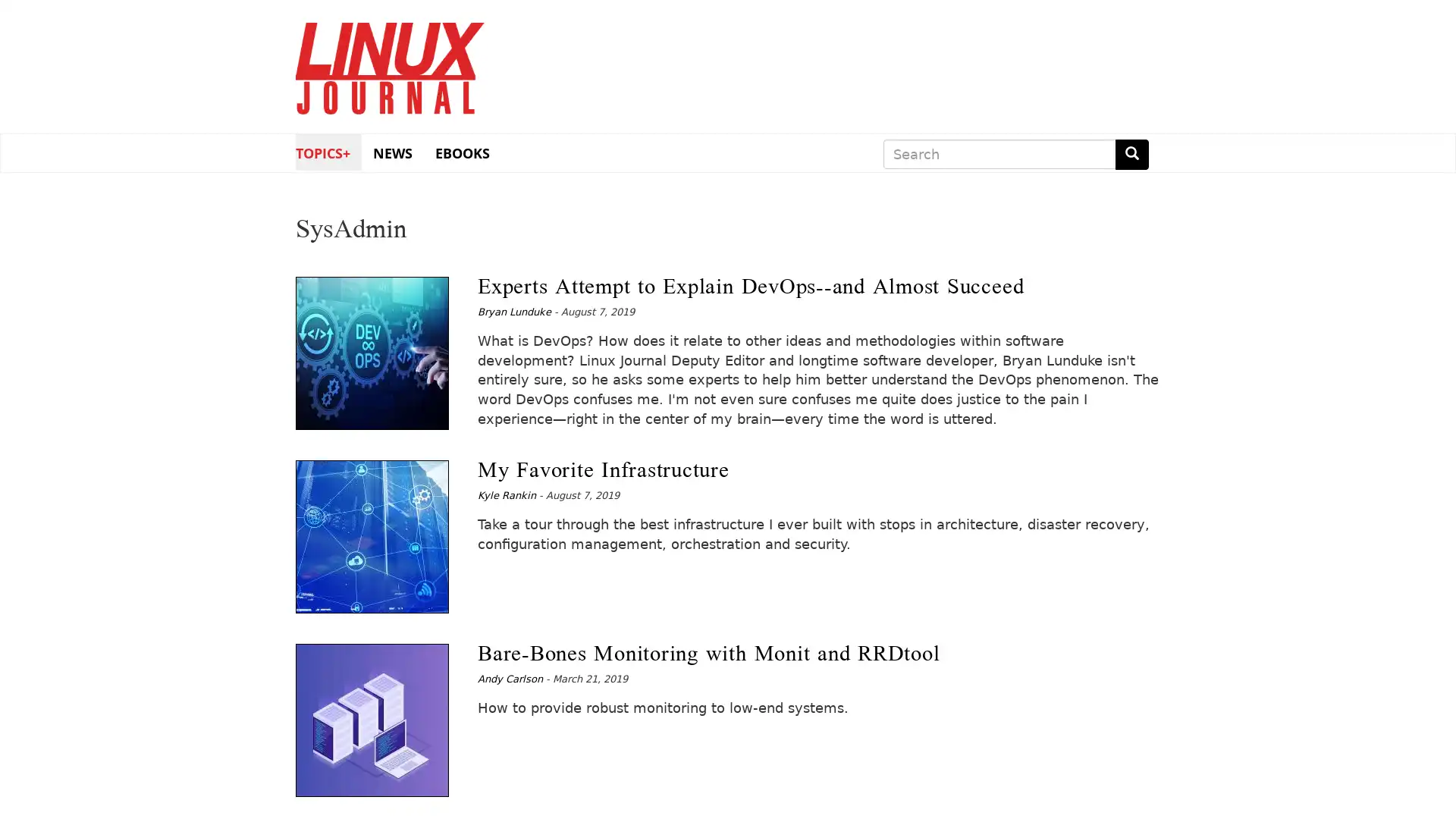  I want to click on Search, so click(1131, 154).